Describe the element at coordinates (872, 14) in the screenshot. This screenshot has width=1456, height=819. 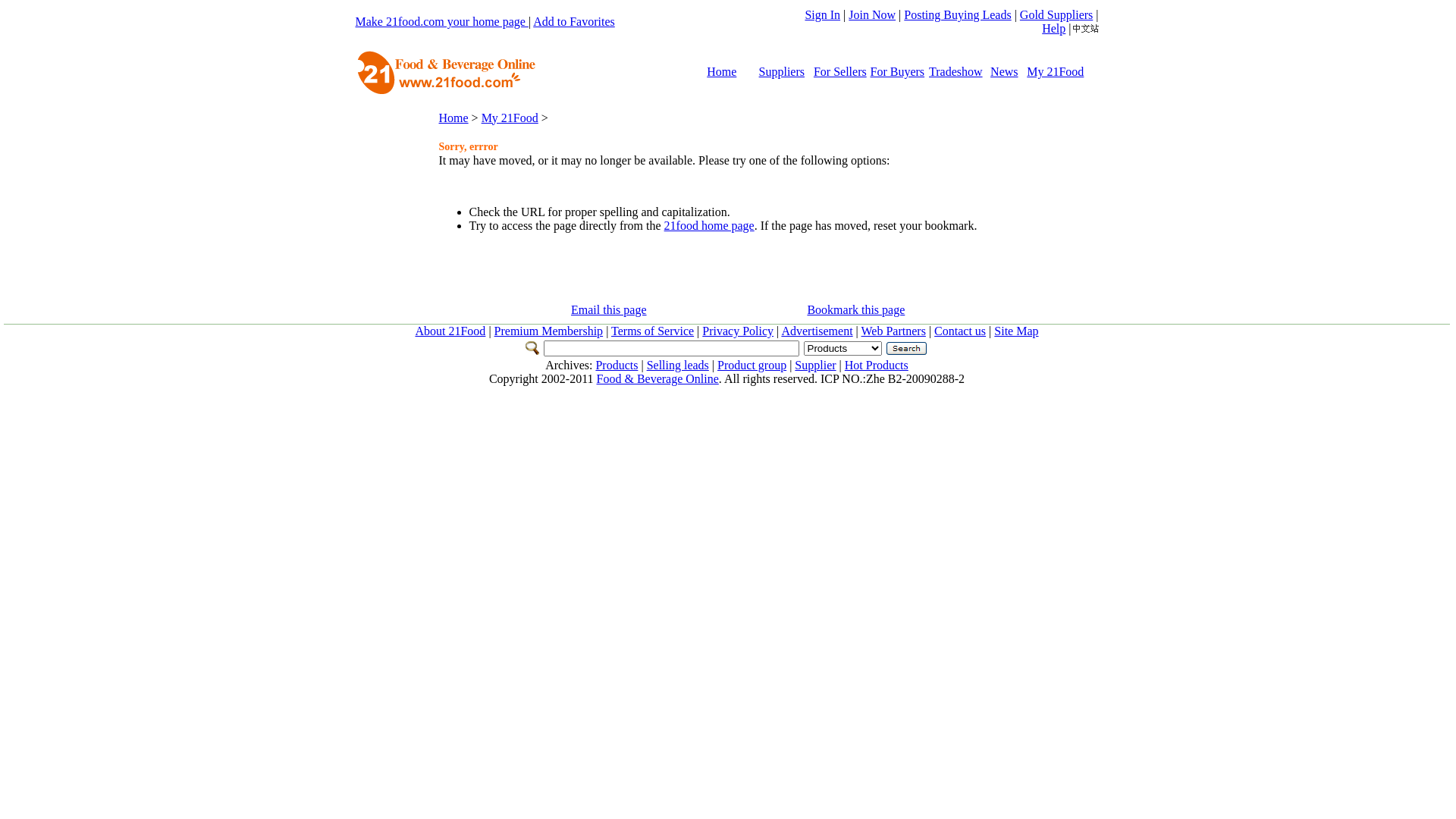
I see `'Join Now'` at that location.